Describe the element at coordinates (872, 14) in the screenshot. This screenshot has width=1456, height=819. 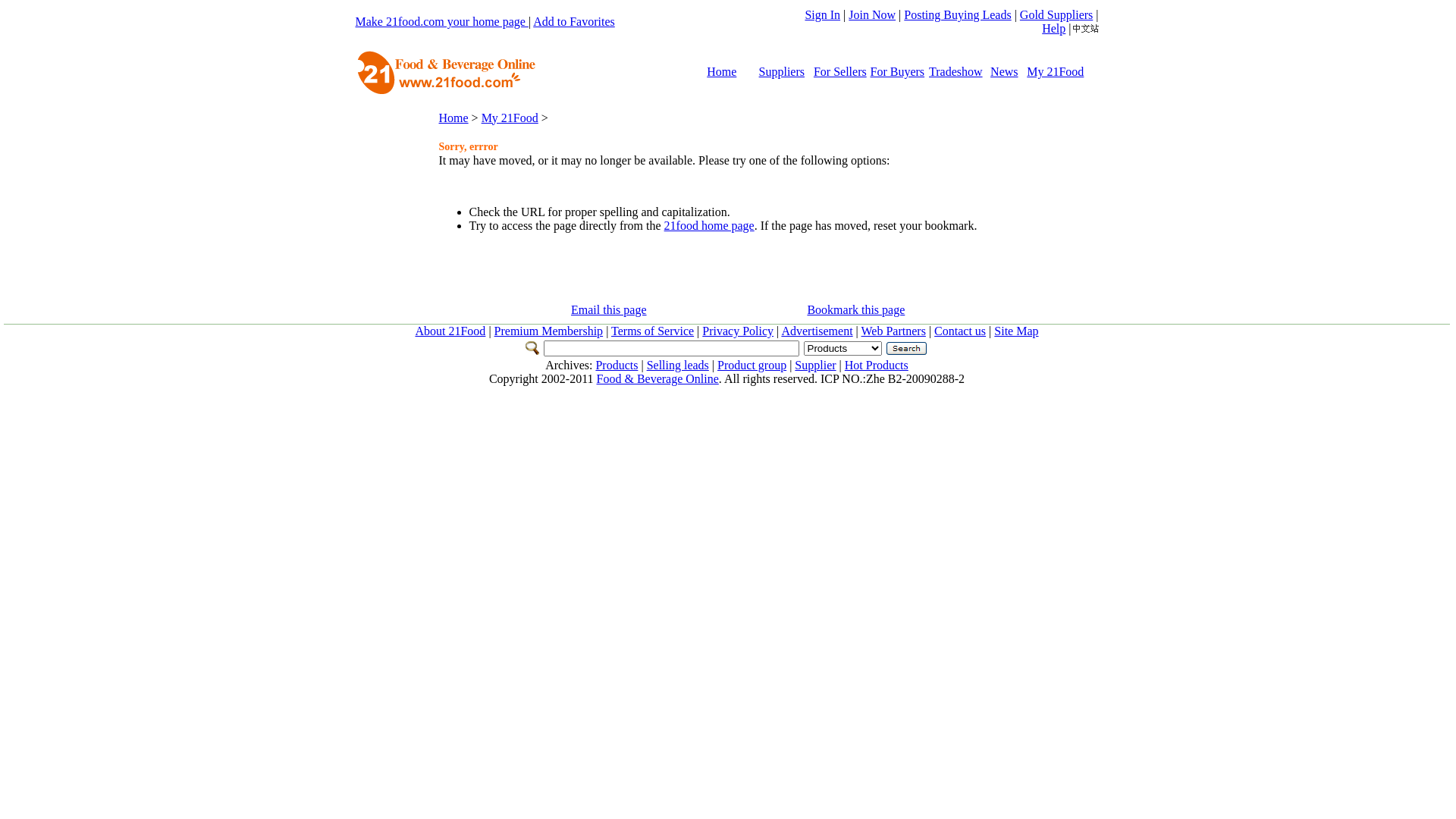
I see `'Join Now'` at that location.